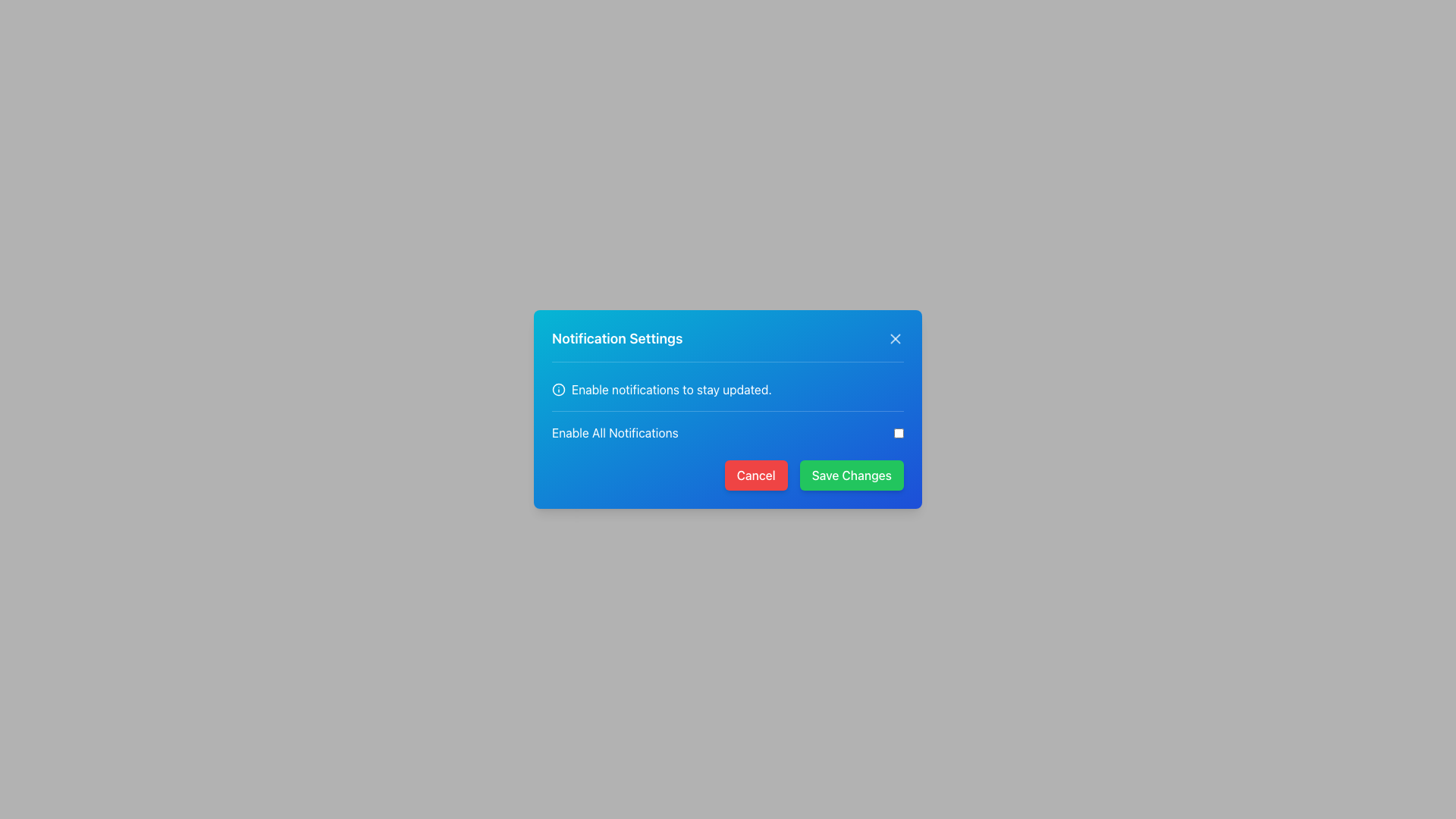  I want to click on the static text displaying 'Enable notifications to stay updated.' located in the 'Notification Settings' dialog, positioned to the right of the information icon, so click(670, 388).